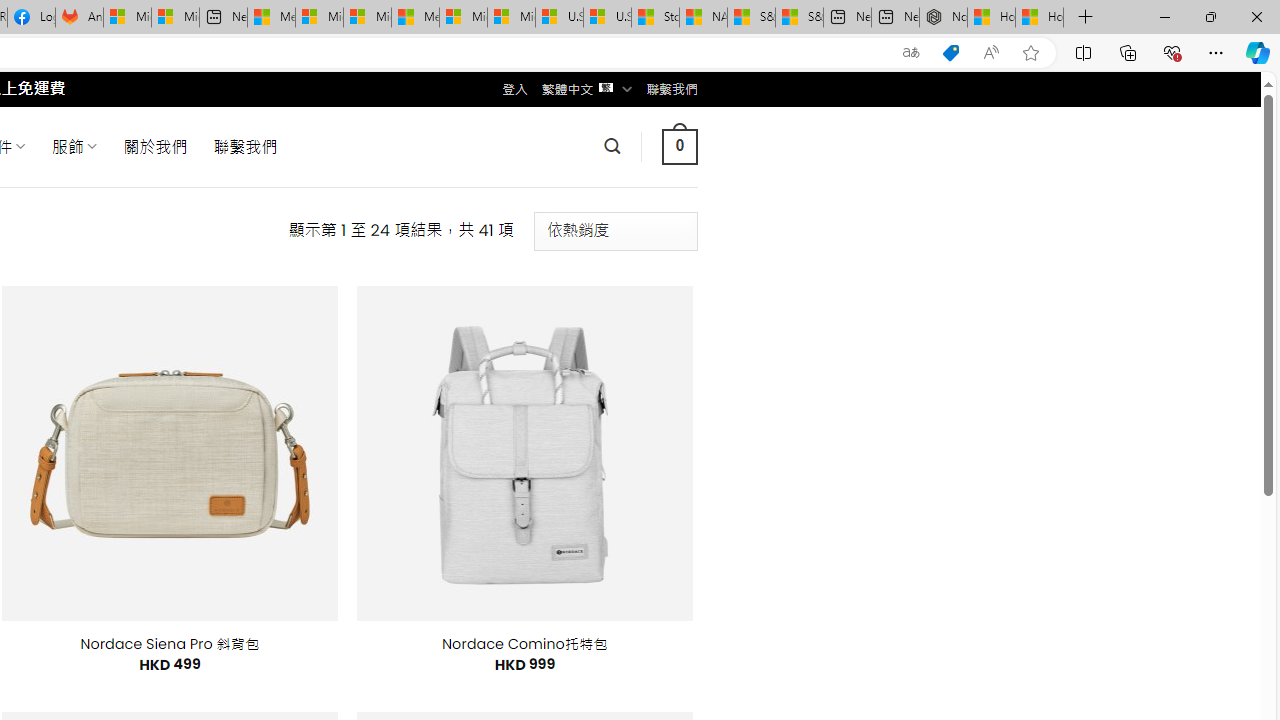  What do you see at coordinates (318, 17) in the screenshot?
I see `'Microsoft account | Privacy'` at bounding box center [318, 17].